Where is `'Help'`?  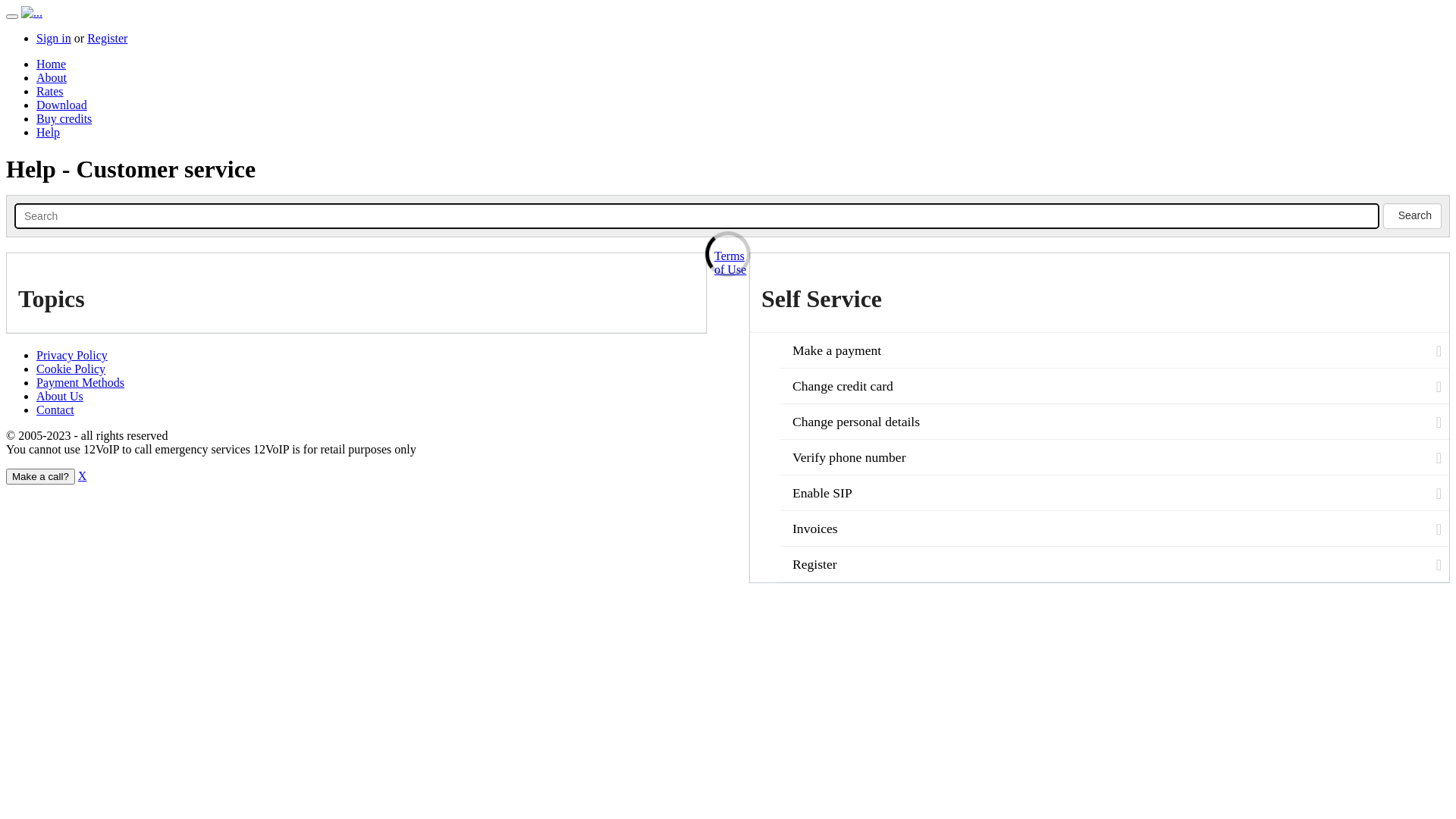
'Help' is located at coordinates (48, 131).